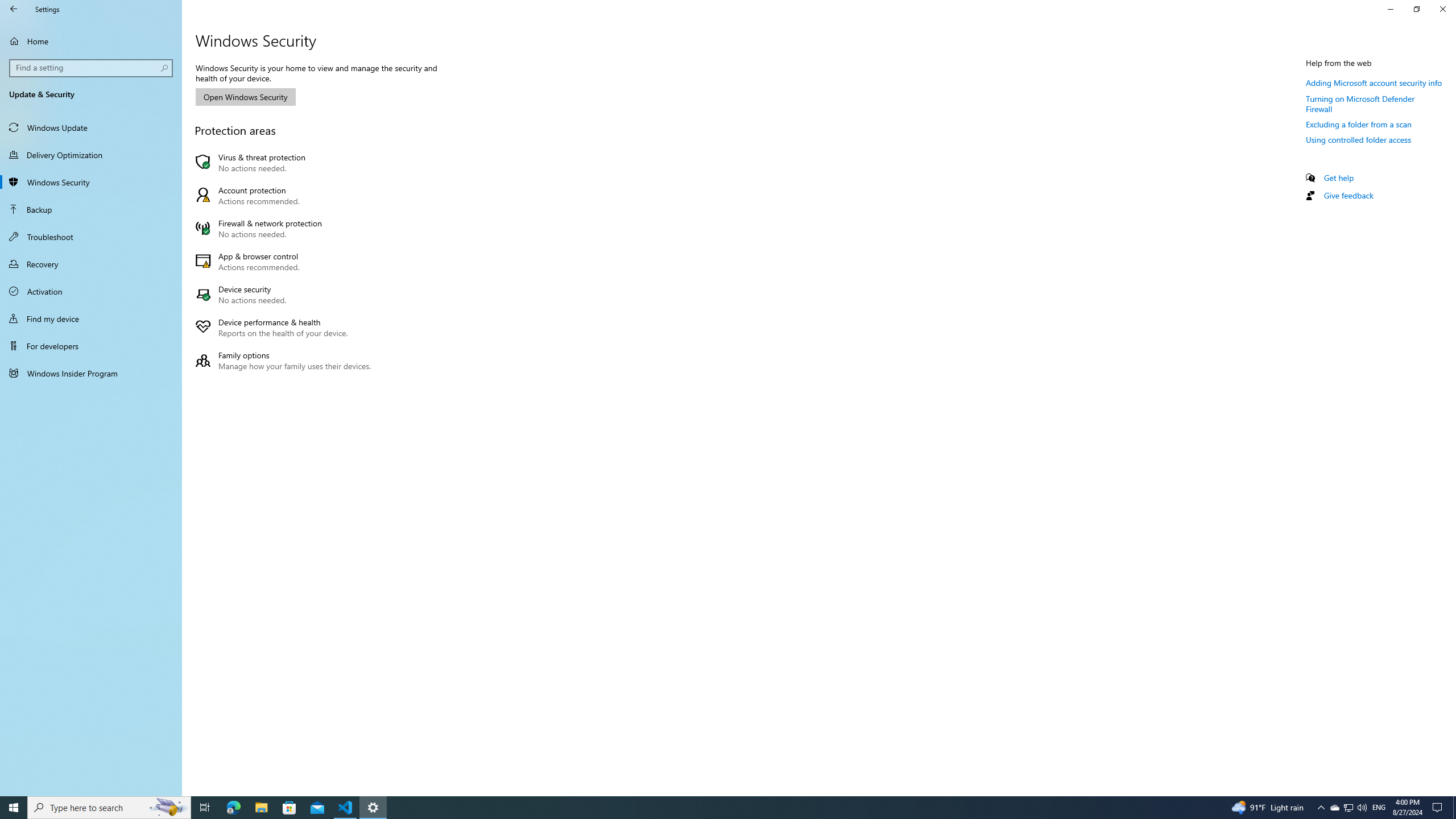  I want to click on 'Search box, Find a setting', so click(91, 67).